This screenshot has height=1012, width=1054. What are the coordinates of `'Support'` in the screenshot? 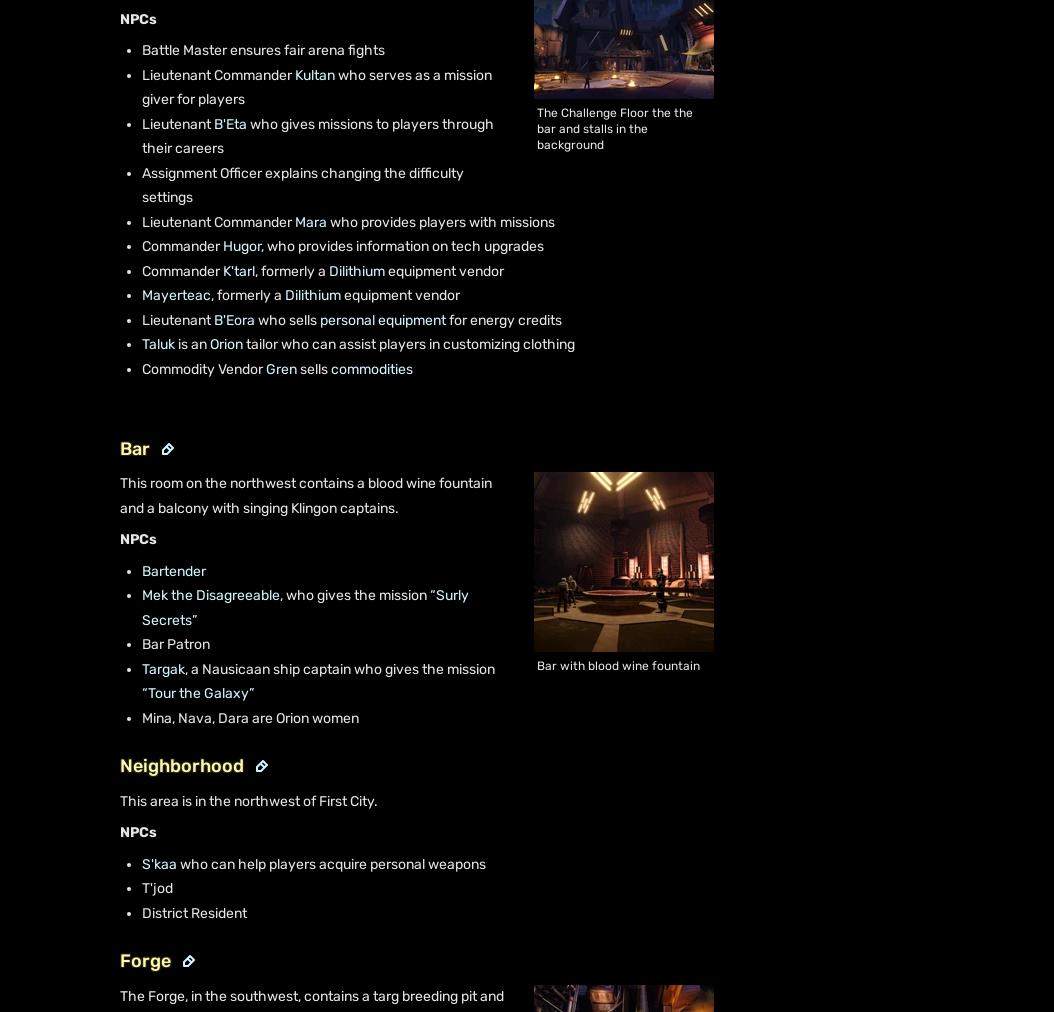 It's located at (83, 163).